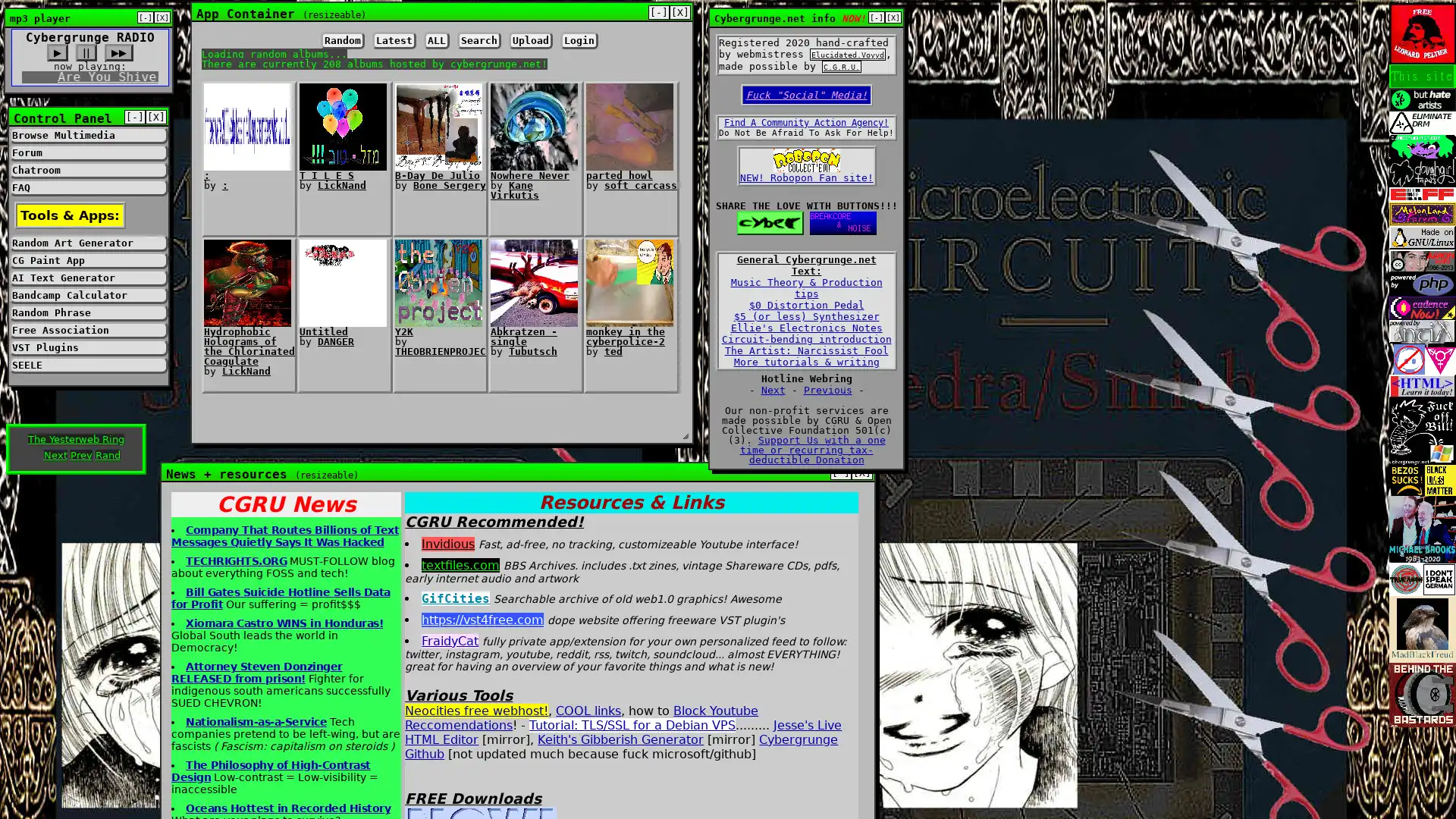 Image resolution: width=1456 pixels, height=819 pixels. Describe the element at coordinates (877, 17) in the screenshot. I see `[-]` at that location.